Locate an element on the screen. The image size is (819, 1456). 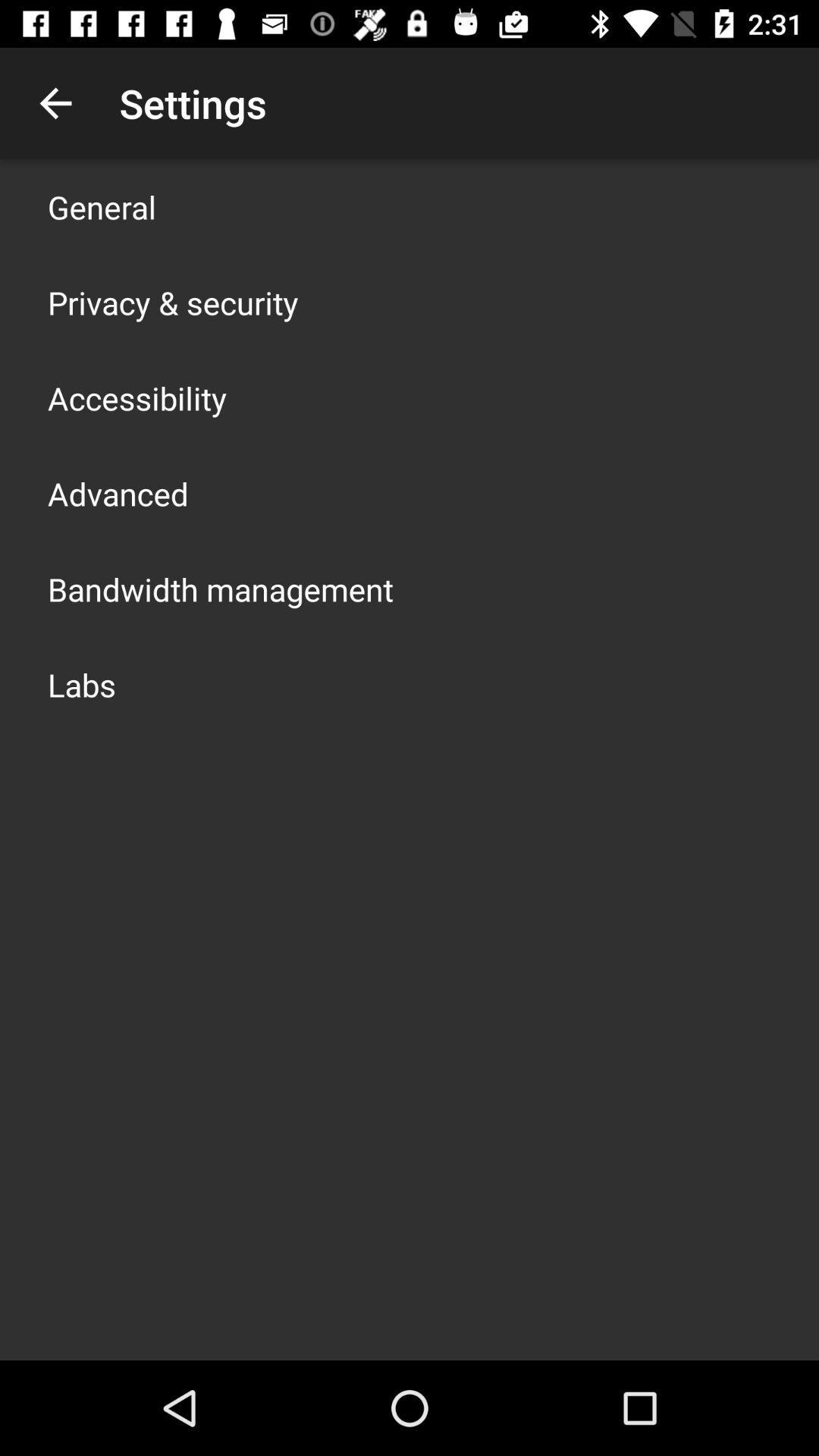
the advanced item is located at coordinates (117, 494).